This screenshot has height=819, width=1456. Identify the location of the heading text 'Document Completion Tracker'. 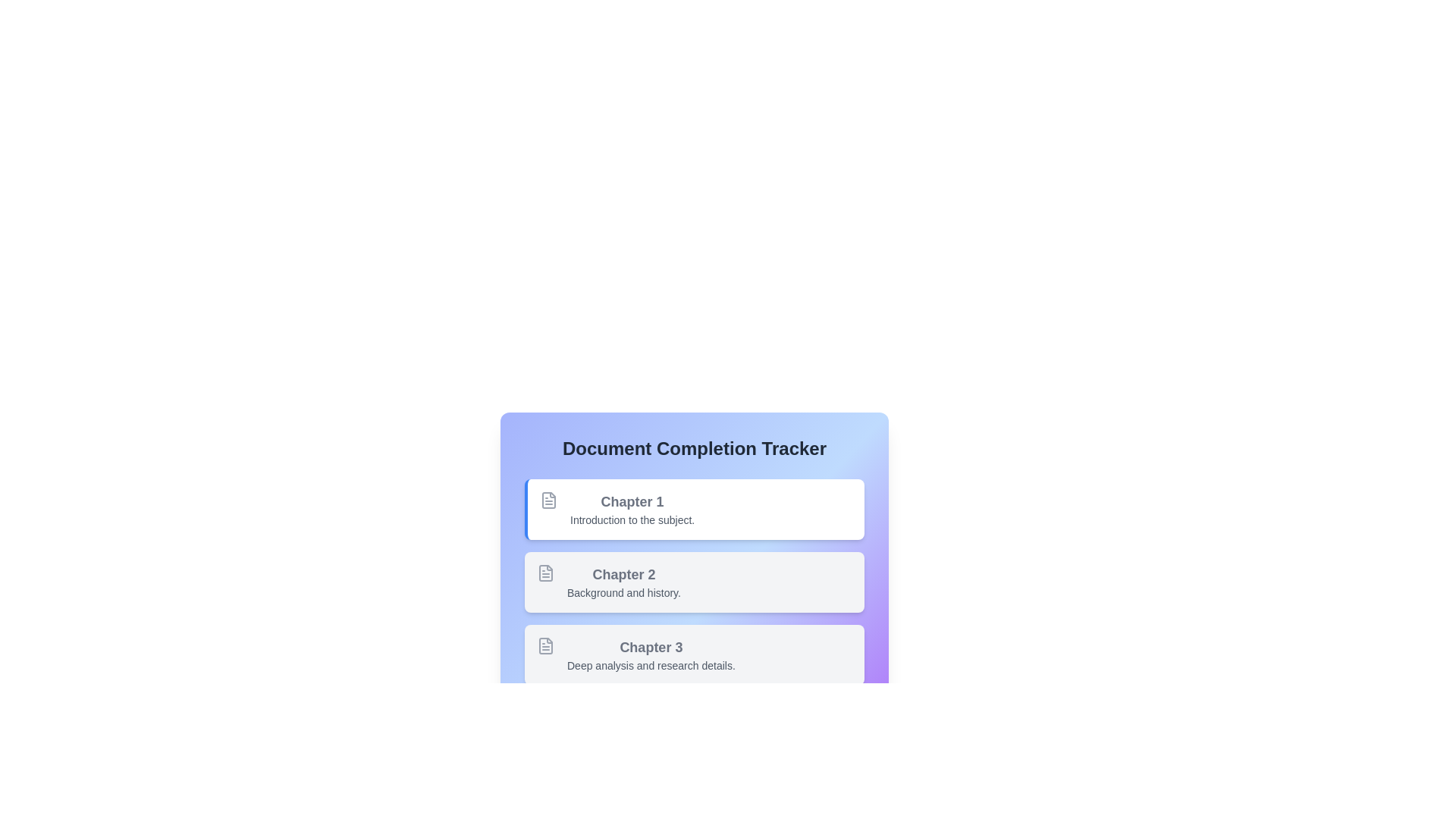
(694, 447).